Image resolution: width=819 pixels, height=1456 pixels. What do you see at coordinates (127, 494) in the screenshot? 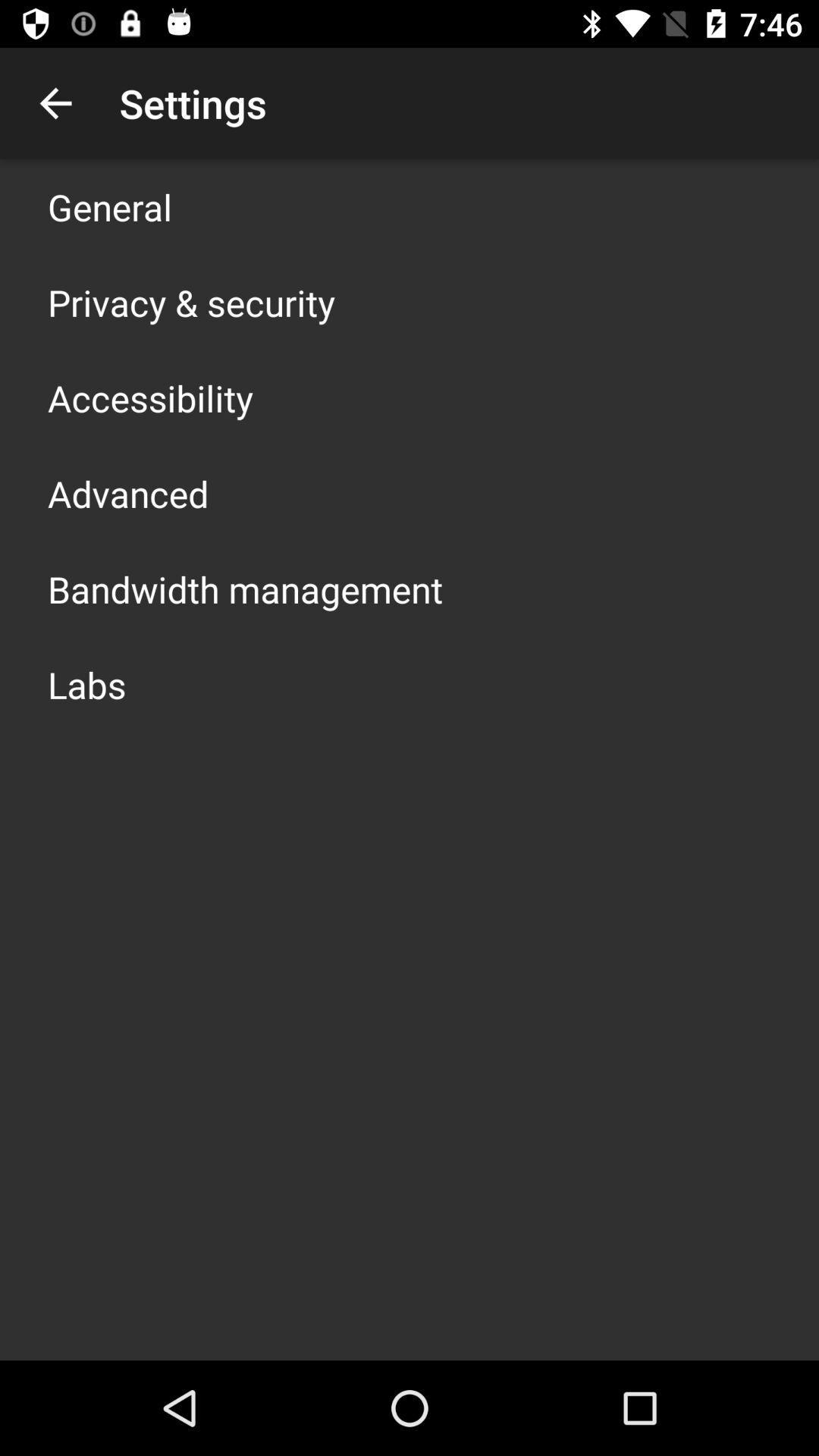
I see `the item below accessibility item` at bounding box center [127, 494].